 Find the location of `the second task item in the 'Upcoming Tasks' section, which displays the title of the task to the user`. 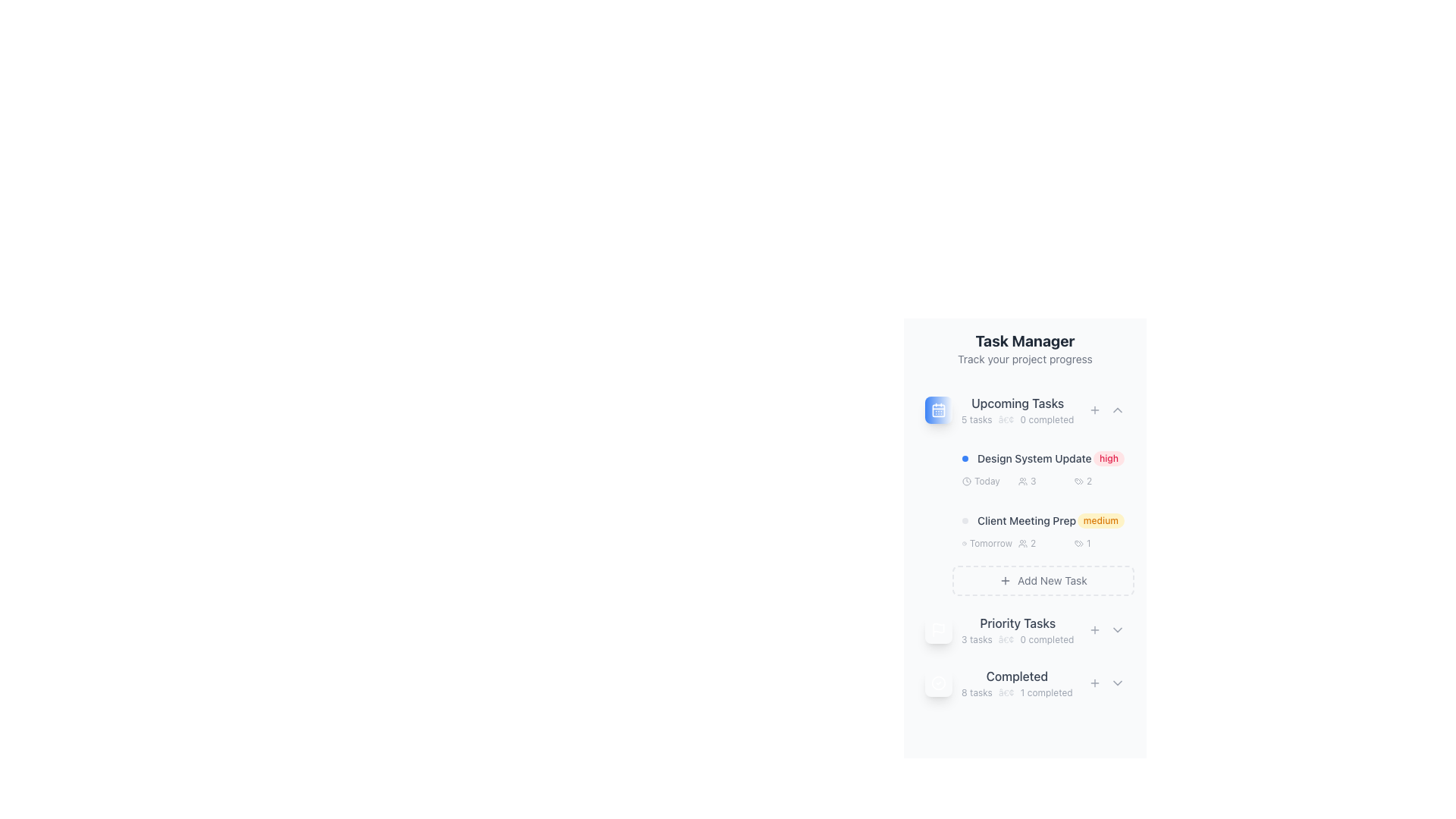

the second task item in the 'Upcoming Tasks' section, which displays the title of the task to the user is located at coordinates (1026, 519).